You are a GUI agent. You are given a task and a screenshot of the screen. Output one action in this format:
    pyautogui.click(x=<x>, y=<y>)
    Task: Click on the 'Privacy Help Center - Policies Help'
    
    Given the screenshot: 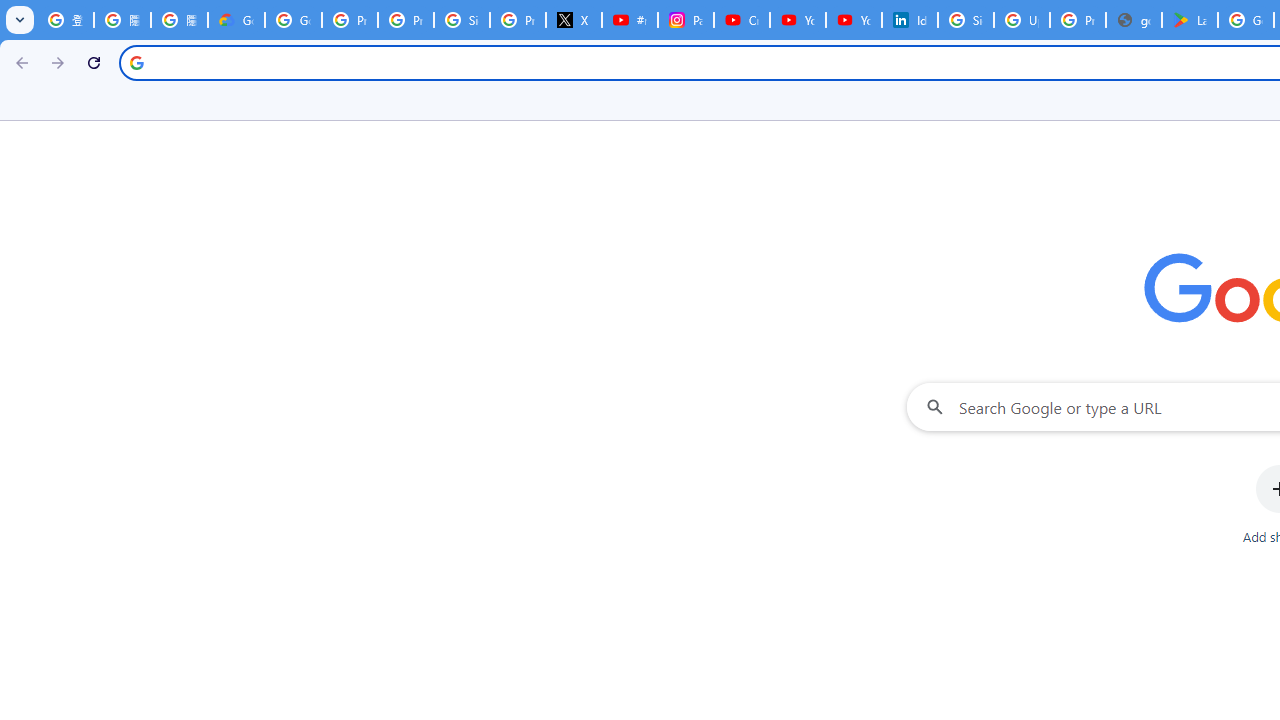 What is the action you would take?
    pyautogui.click(x=404, y=20)
    